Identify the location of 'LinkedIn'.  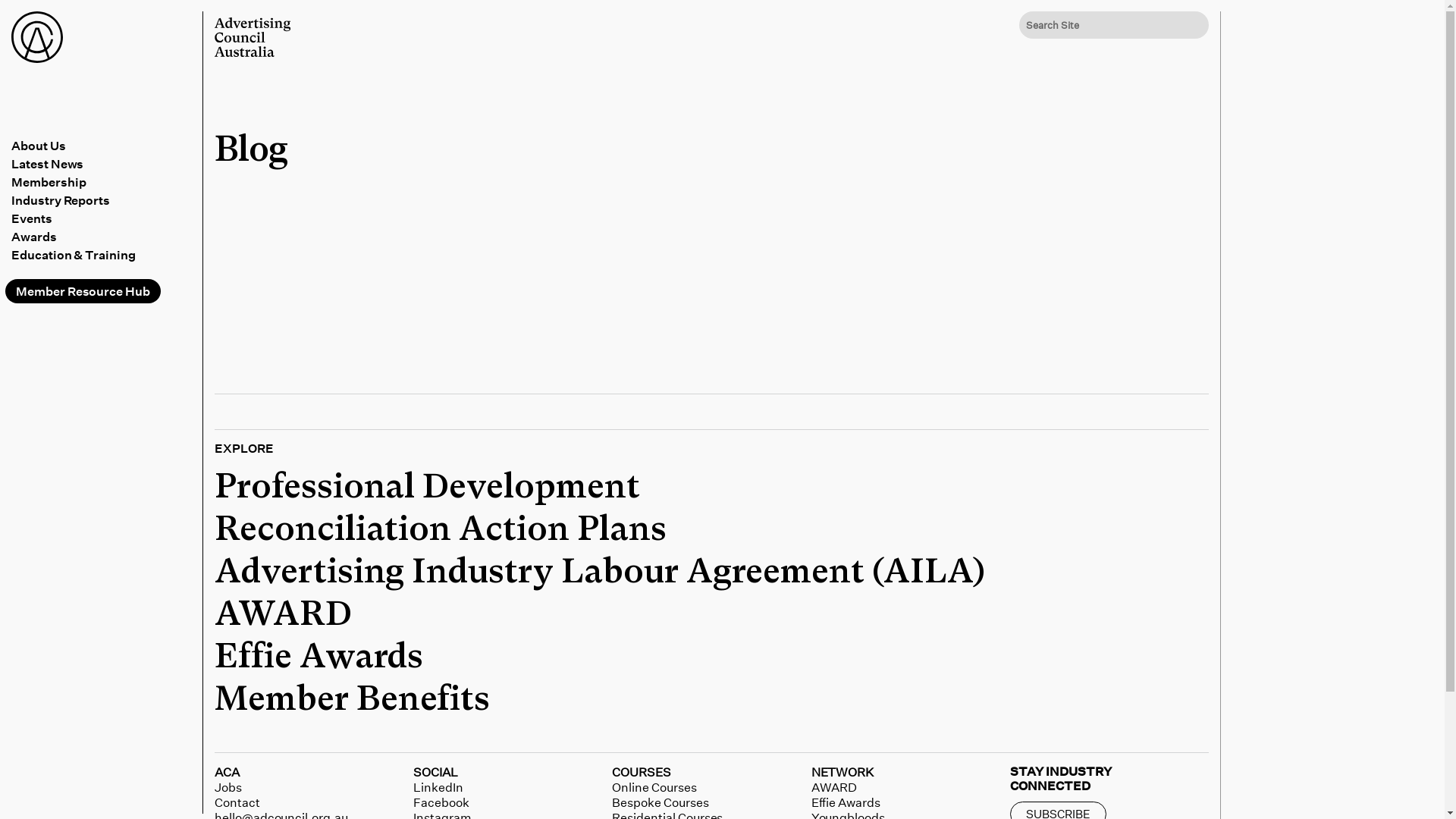
(437, 786).